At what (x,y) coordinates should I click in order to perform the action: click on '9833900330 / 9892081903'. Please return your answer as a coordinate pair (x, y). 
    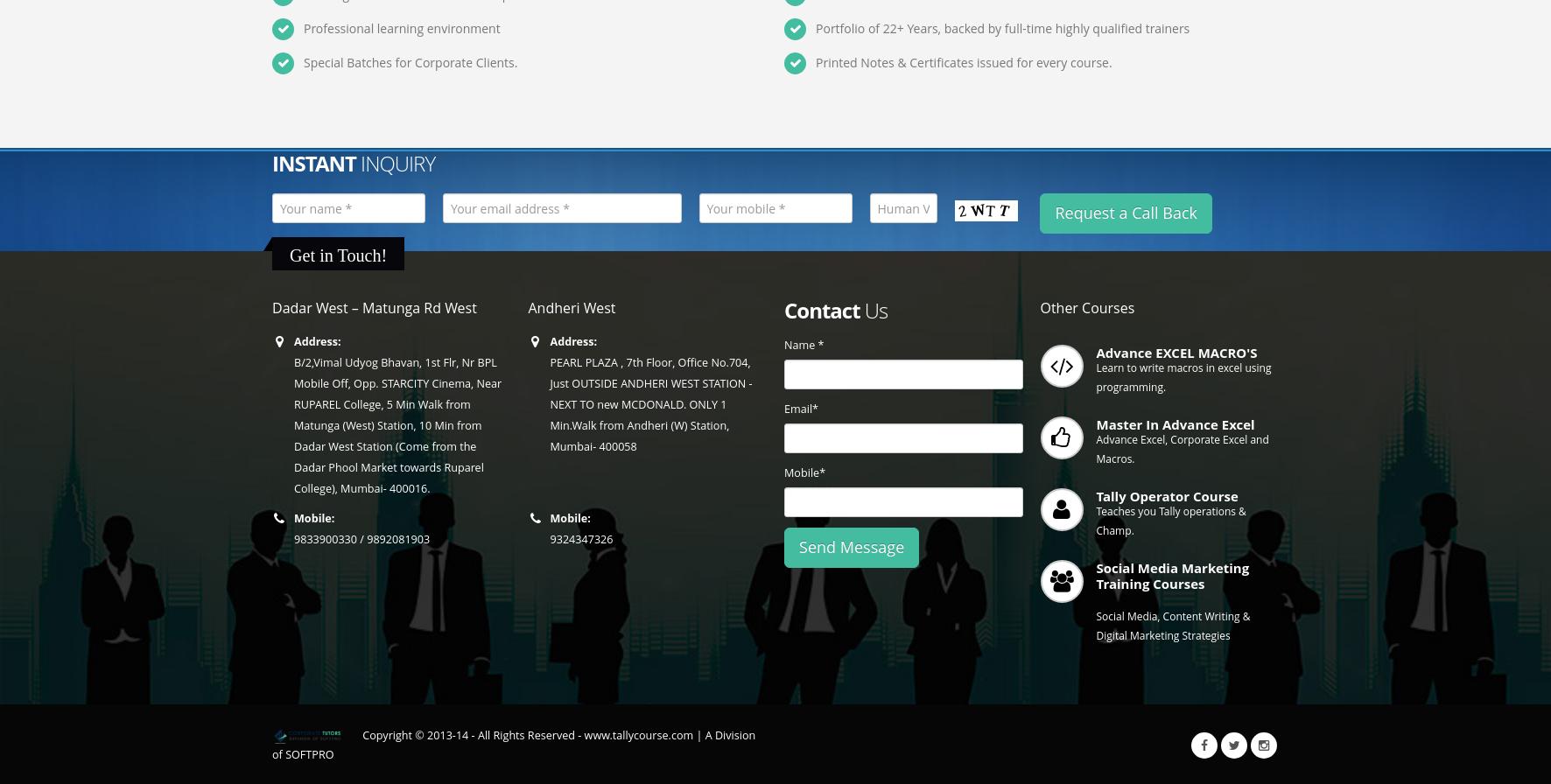
    Looking at the image, I should click on (361, 538).